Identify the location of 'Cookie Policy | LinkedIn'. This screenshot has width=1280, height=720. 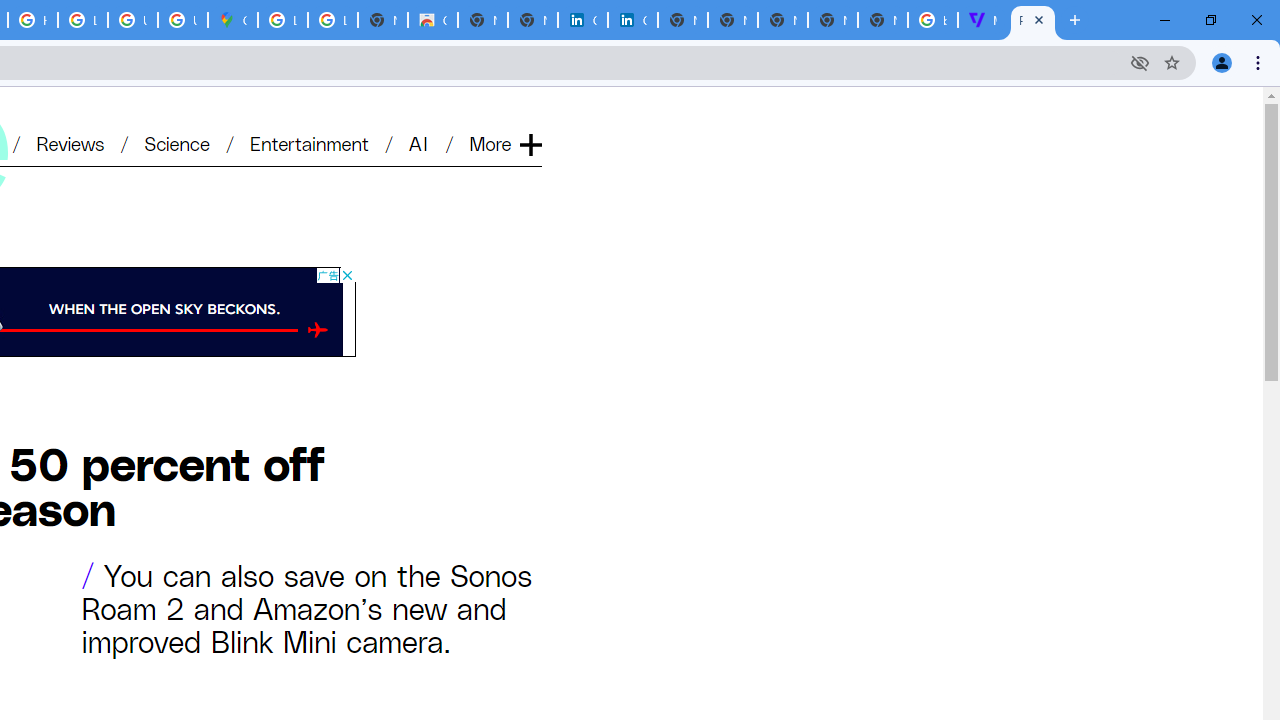
(631, 20).